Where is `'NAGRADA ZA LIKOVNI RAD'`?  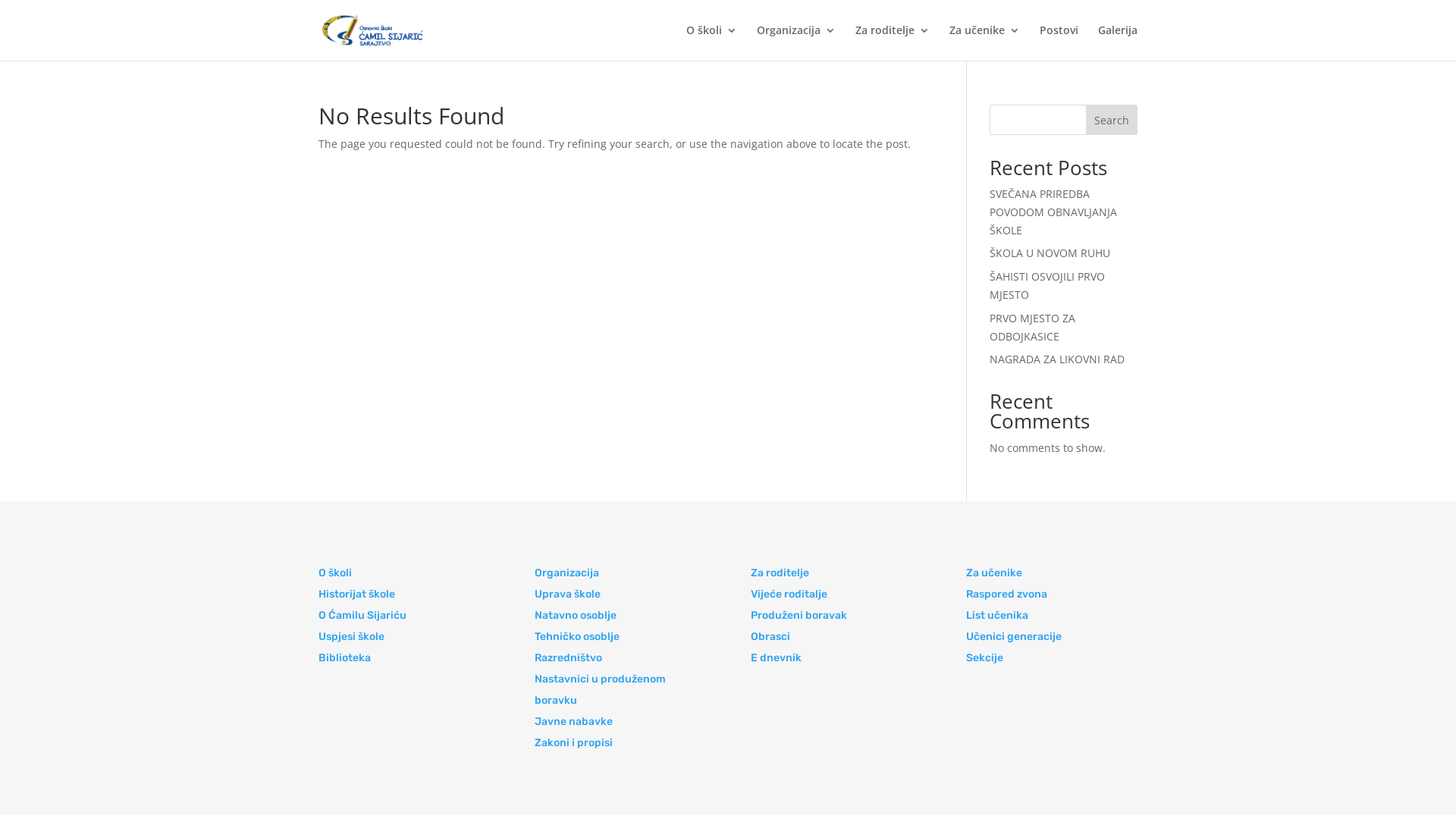
'NAGRADA ZA LIKOVNI RAD' is located at coordinates (990, 359).